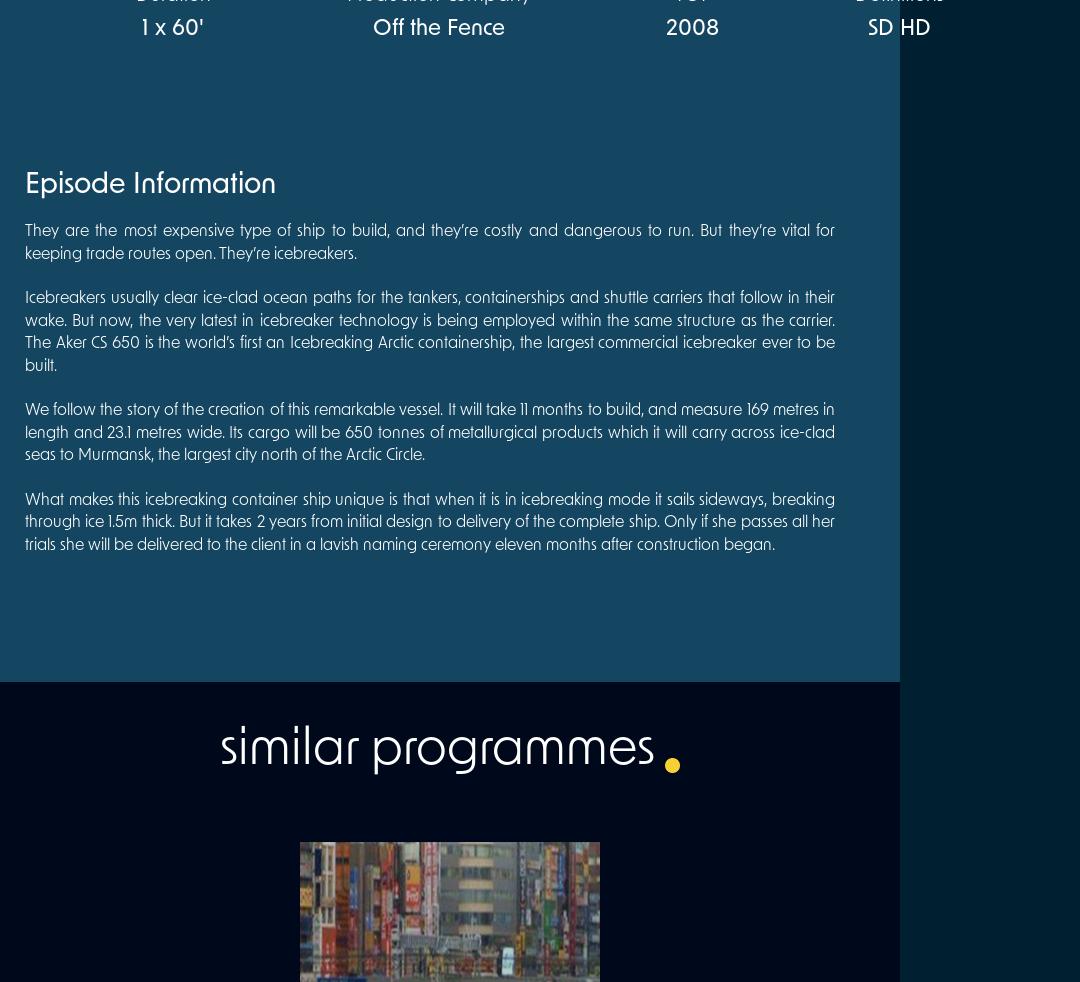 This screenshot has height=982, width=1080. I want to click on 'What makes this icebreaking container ship unique is that when it is in icebreaking mode it sails sideways, breaking through ice 1.5m thick. But it takes 2 years from initial design to delivery of the complete ship. Only if she passes all her trials she will be delivered to the client in a lavish naming ceremony eleven months after construction began.', so click(428, 521).